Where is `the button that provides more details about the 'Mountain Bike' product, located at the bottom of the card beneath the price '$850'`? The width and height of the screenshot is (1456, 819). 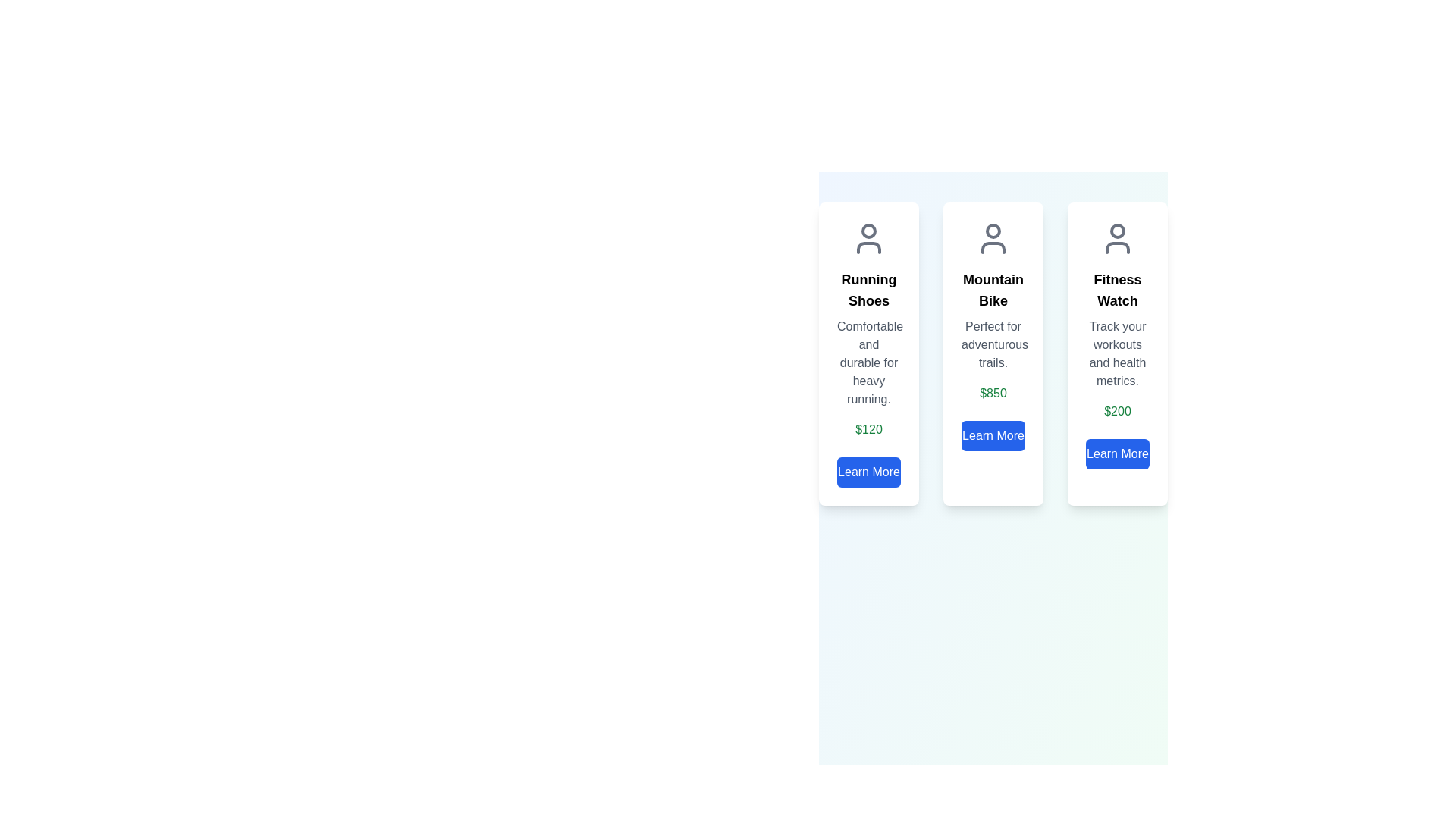
the button that provides more details about the 'Mountain Bike' product, located at the bottom of the card beneath the price '$850' is located at coordinates (993, 435).